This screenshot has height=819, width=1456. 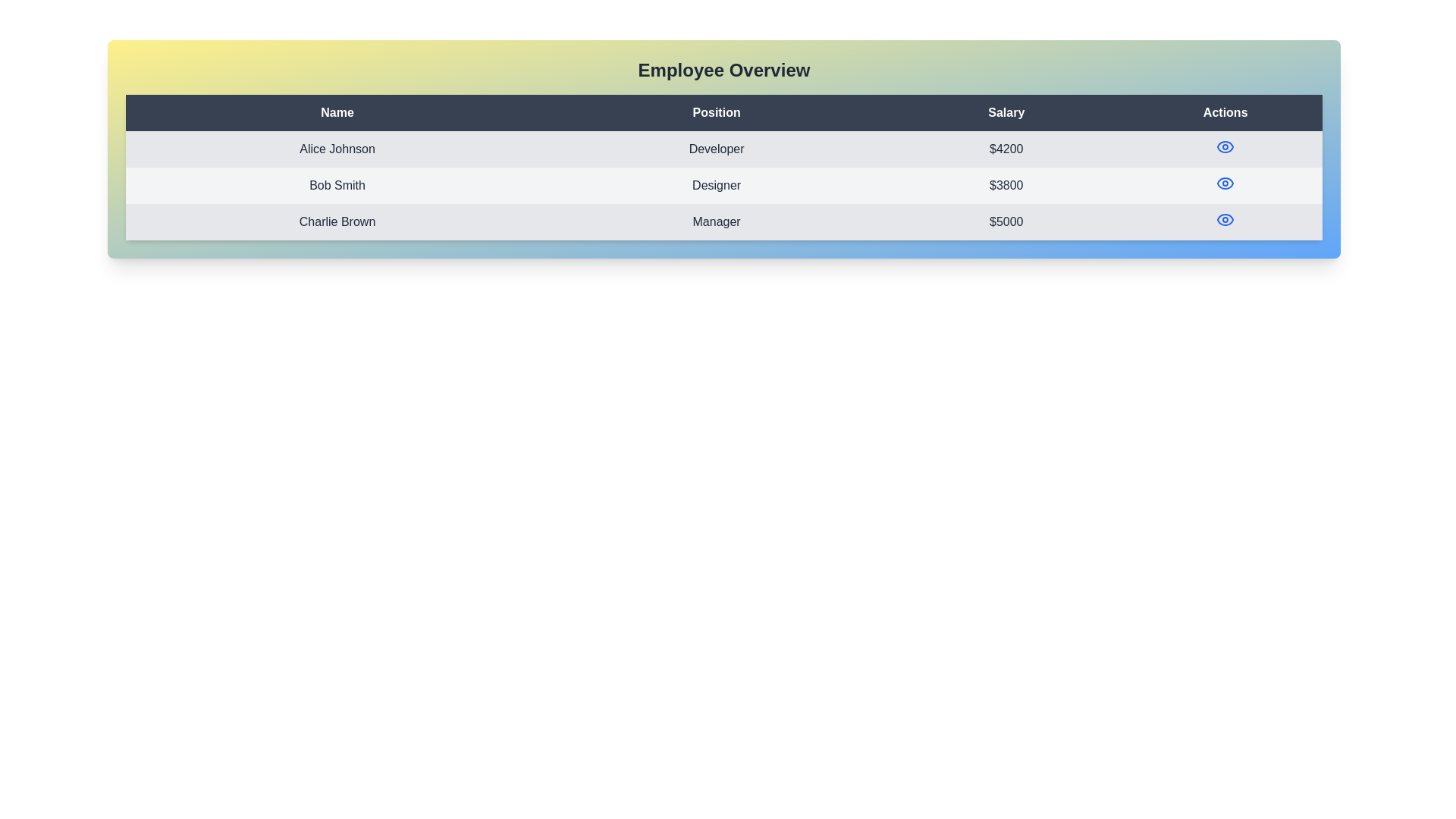 What do you see at coordinates (723, 222) in the screenshot?
I see `the Data Row displaying 'Charlie Brown' as the name, 'Manager' as the position, and '$5000' as the salary, which is located at the third row of the table` at bounding box center [723, 222].